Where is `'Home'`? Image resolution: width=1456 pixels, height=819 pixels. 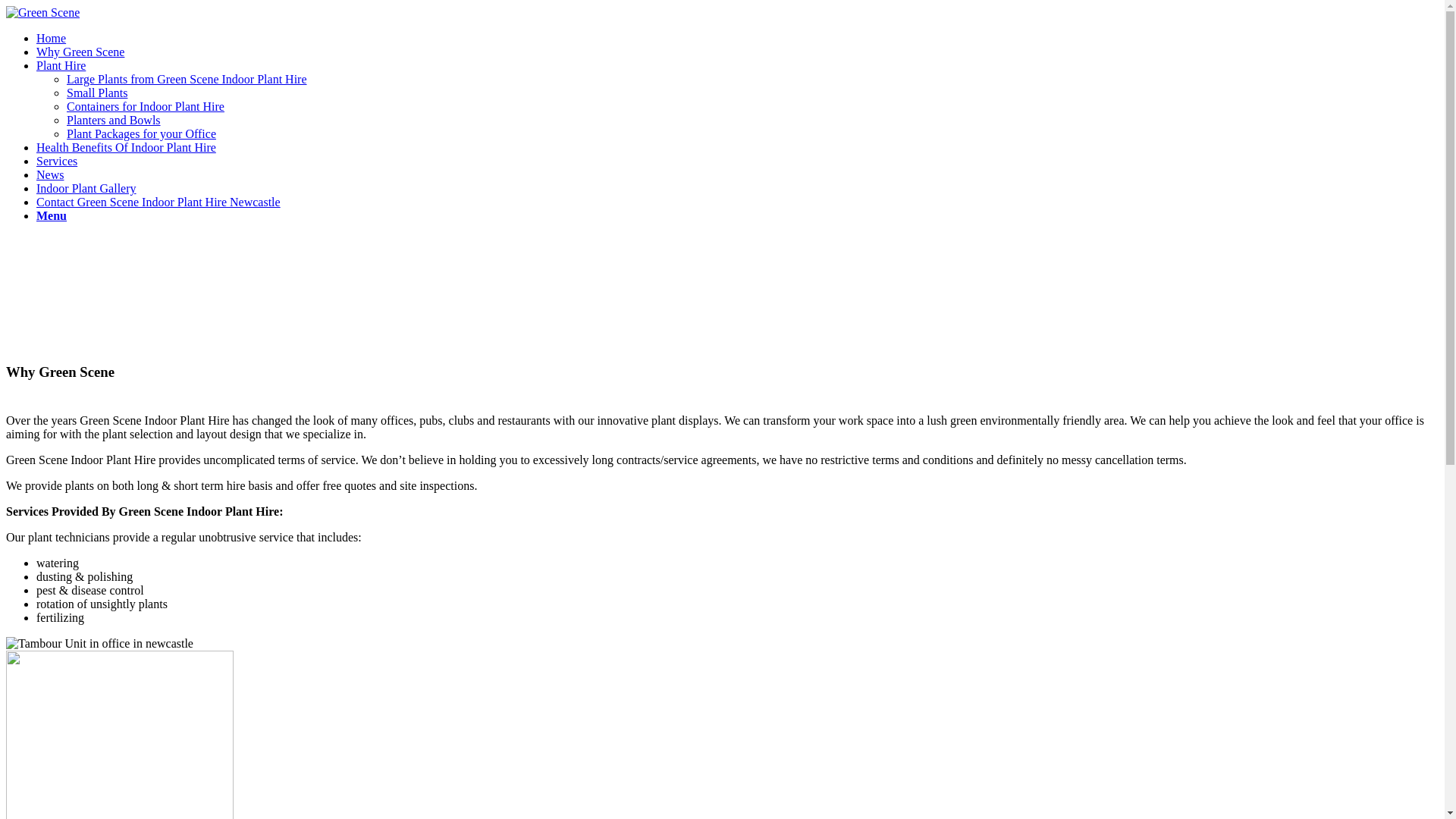
'Home' is located at coordinates (51, 37).